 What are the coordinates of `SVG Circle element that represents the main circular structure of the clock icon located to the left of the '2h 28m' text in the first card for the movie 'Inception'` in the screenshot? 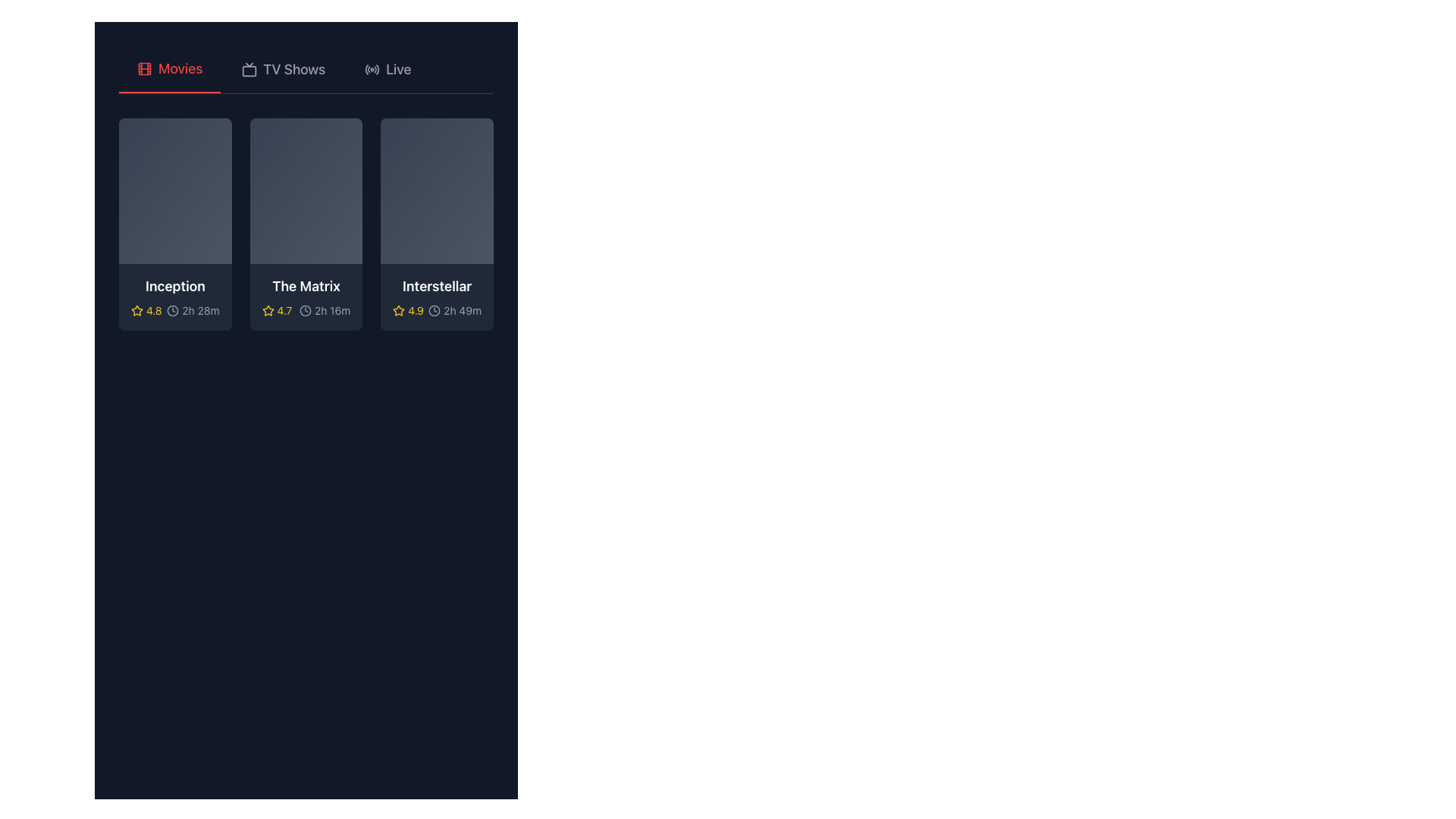 It's located at (173, 309).